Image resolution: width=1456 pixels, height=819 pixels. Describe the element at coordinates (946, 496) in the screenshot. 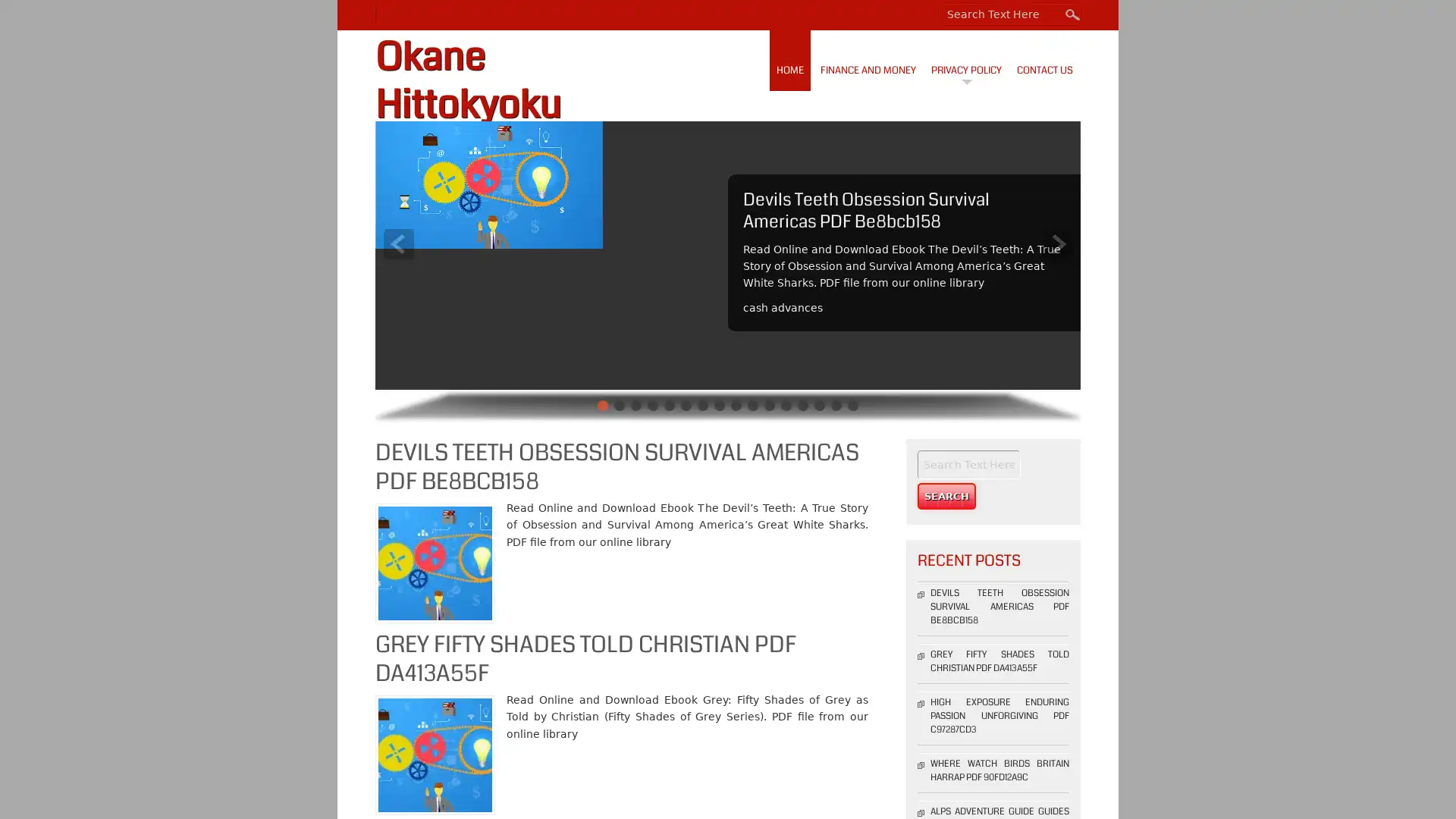

I see `Search` at that location.